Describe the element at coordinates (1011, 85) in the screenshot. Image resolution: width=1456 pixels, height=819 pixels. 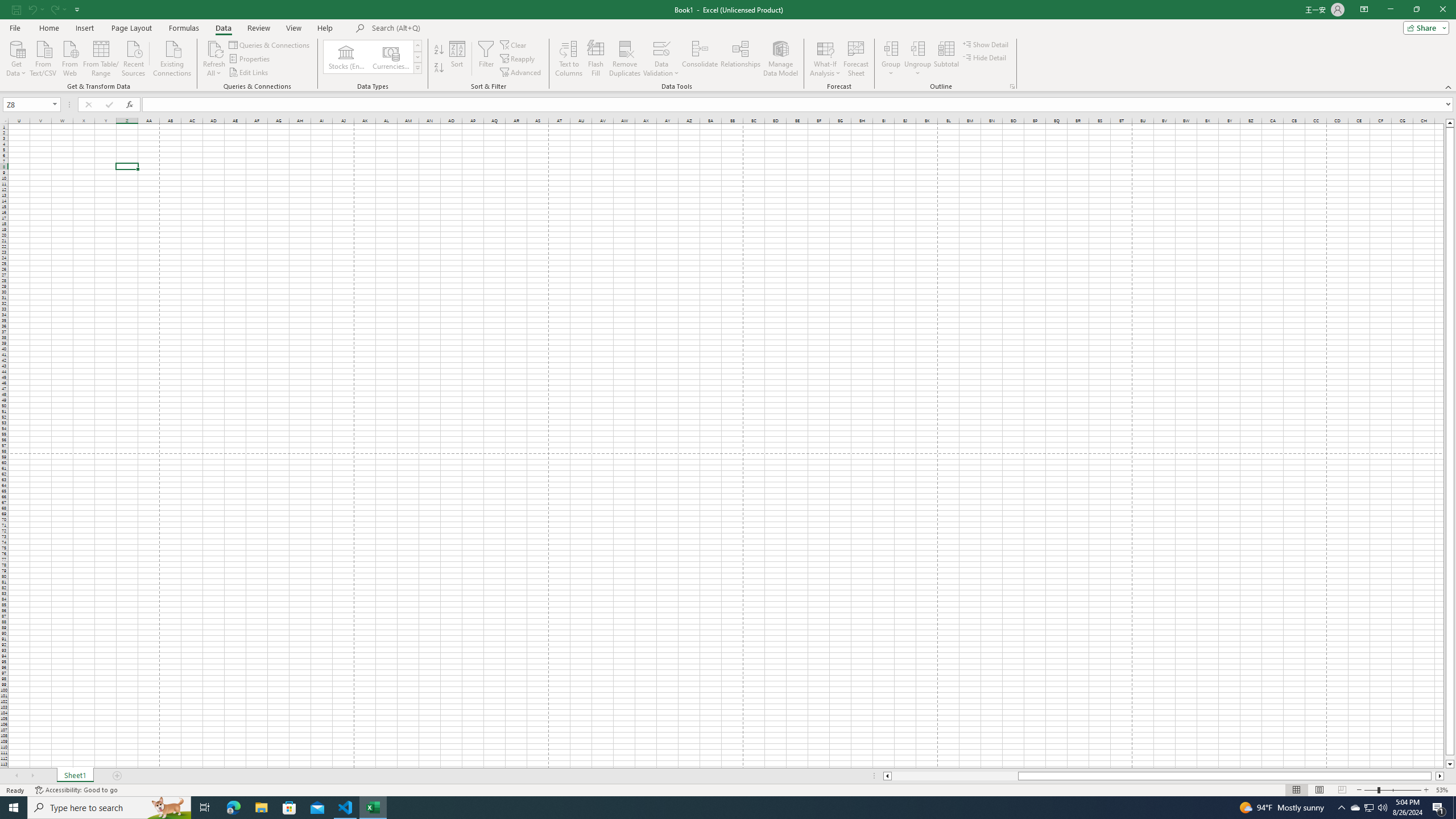
I see `'Group and Outline Settings'` at that location.